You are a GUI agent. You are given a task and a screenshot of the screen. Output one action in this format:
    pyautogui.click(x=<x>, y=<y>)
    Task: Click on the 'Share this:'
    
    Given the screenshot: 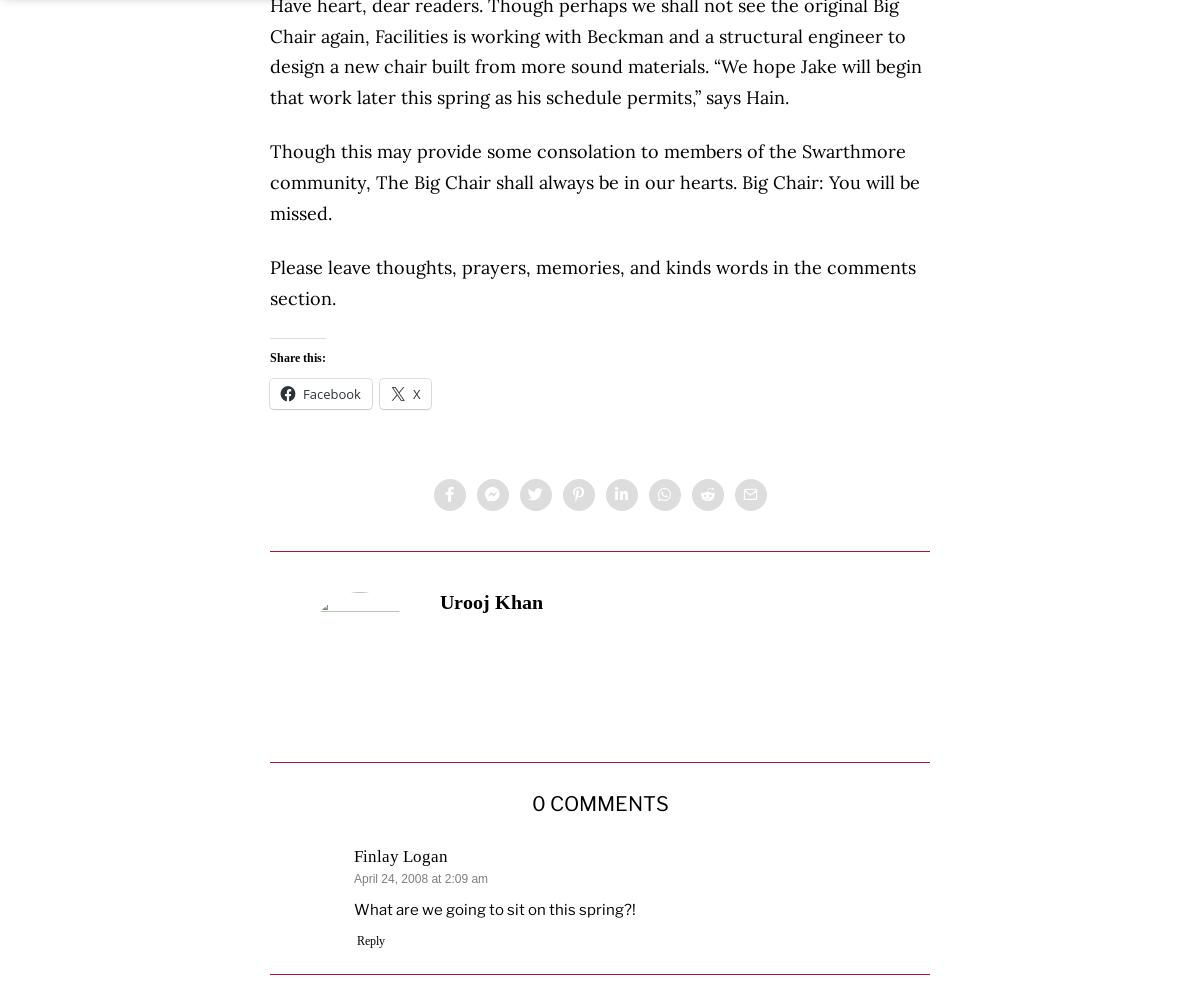 What is the action you would take?
    pyautogui.click(x=296, y=356)
    